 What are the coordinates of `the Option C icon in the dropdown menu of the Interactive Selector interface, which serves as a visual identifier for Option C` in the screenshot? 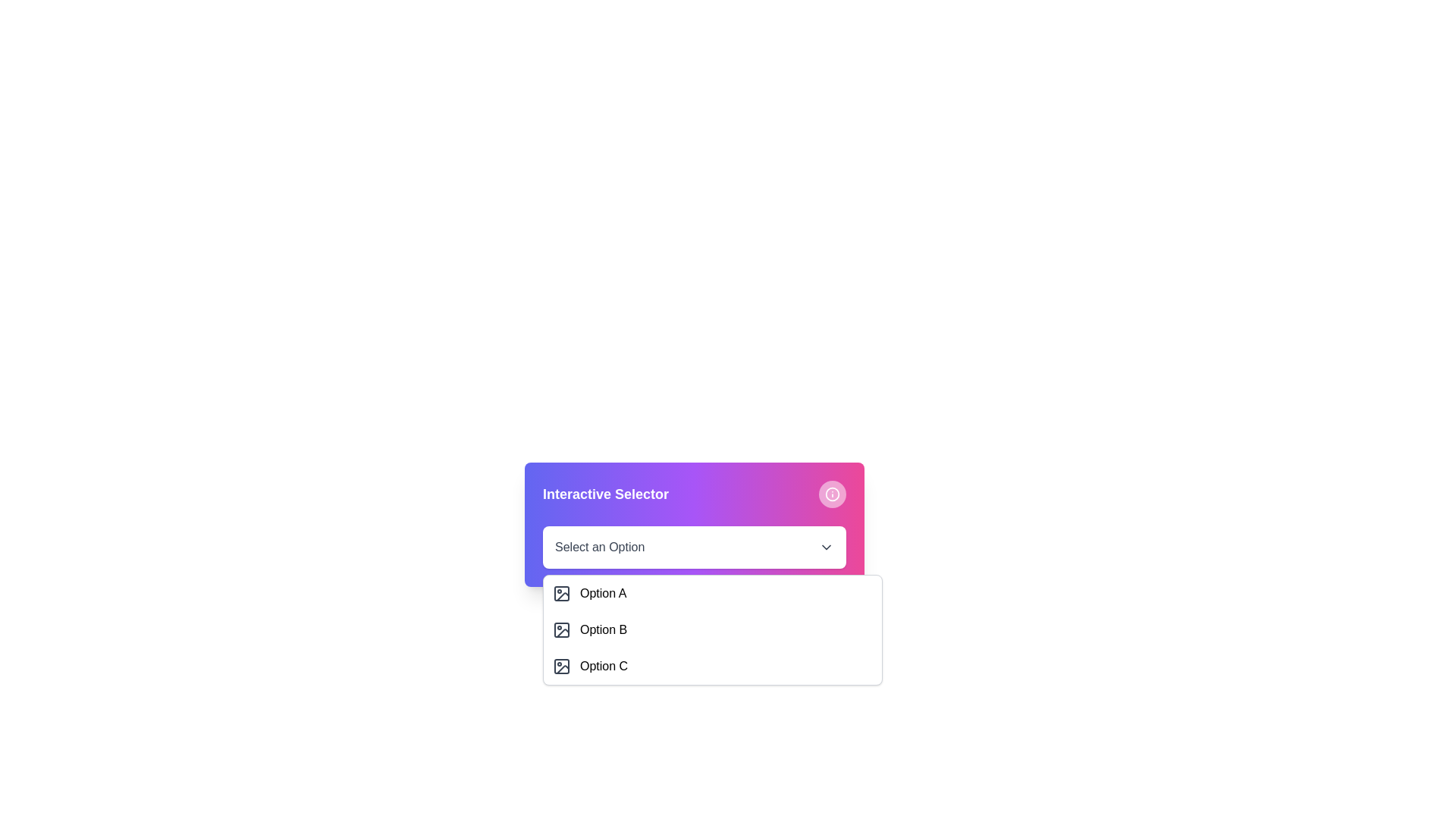 It's located at (560, 666).